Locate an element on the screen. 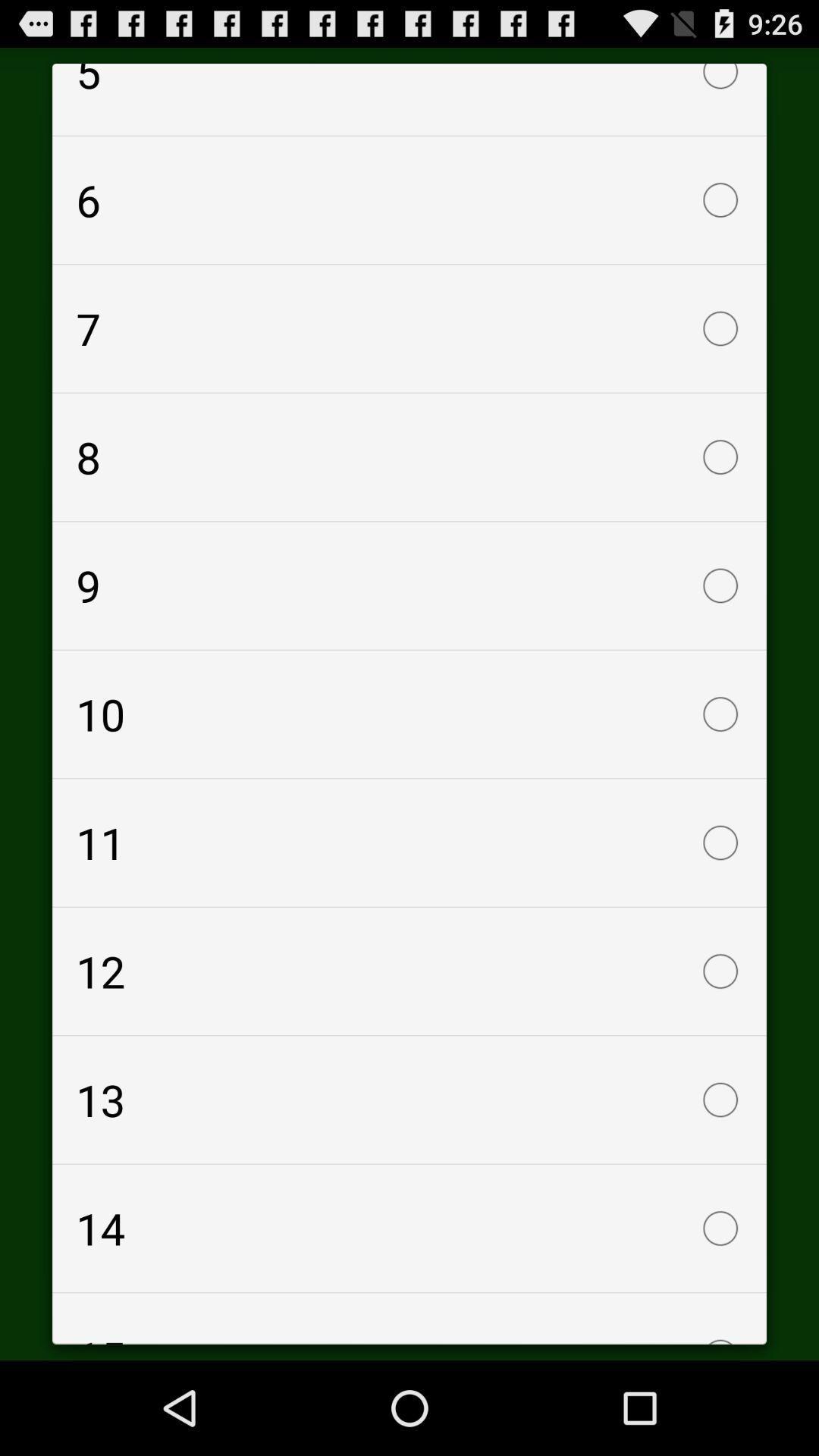 This screenshot has width=819, height=1456. the 10 item is located at coordinates (409, 713).